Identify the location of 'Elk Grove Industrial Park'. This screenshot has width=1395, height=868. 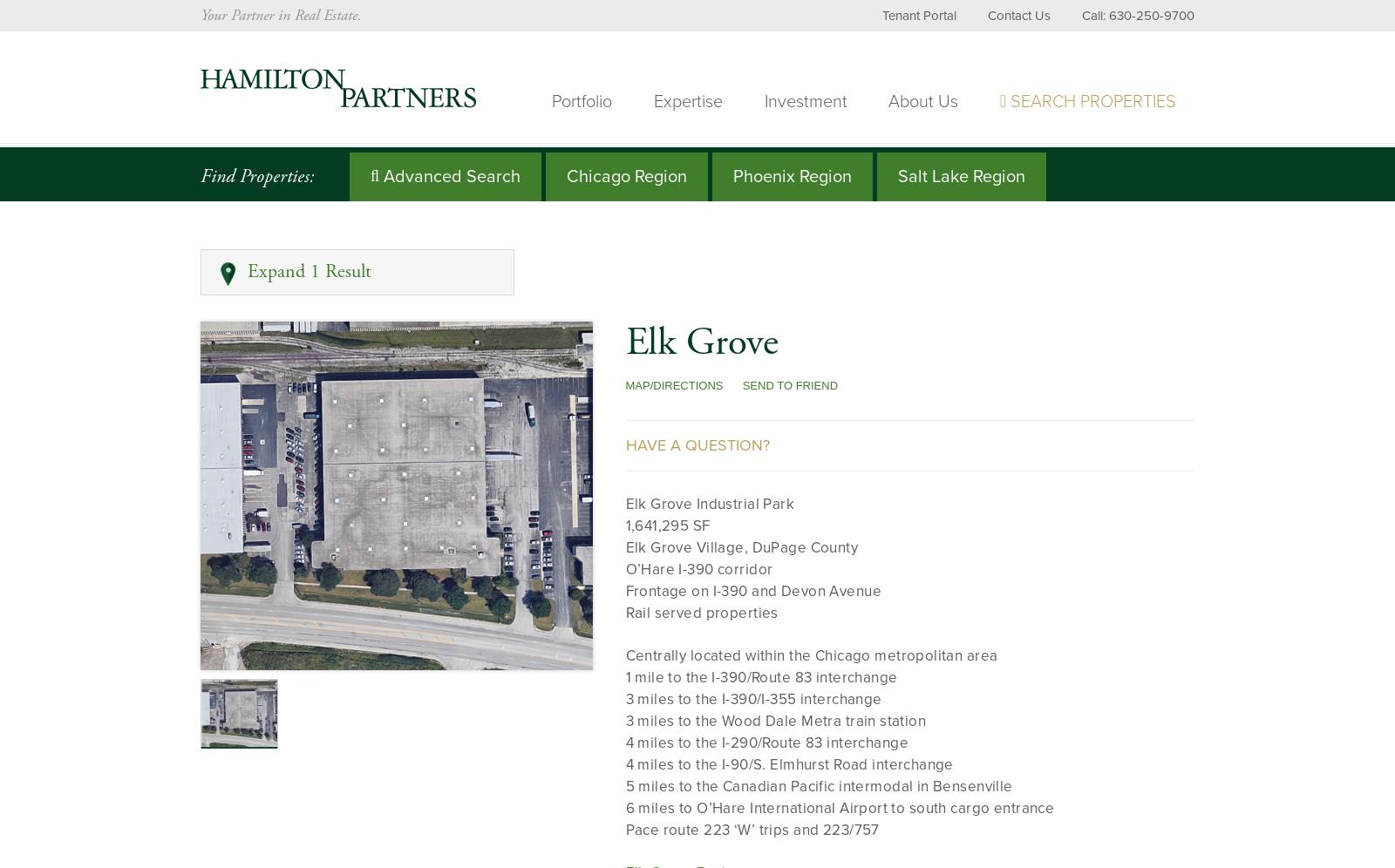
(709, 502).